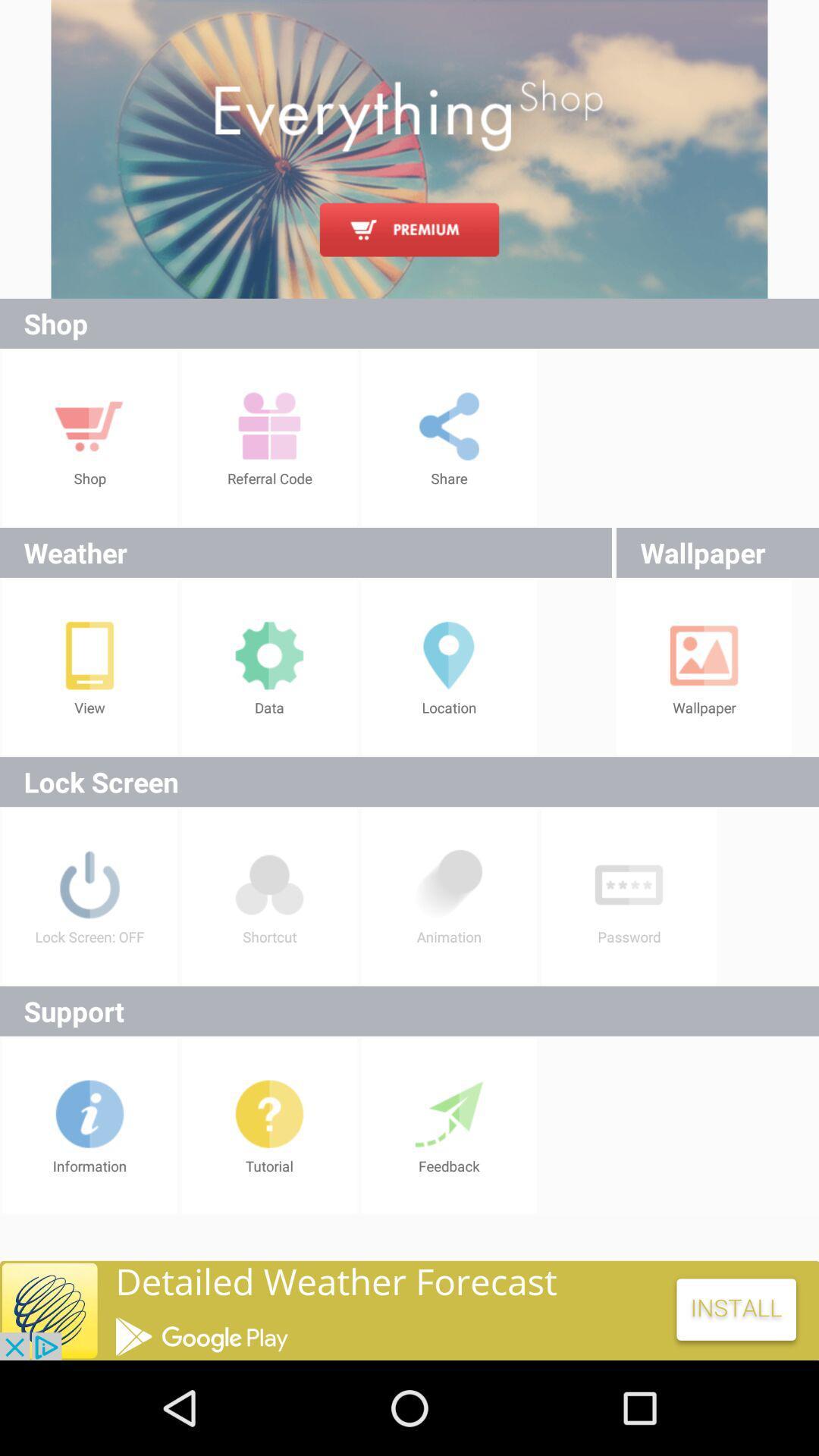 The height and width of the screenshot is (1456, 819). What do you see at coordinates (409, 149) in the screenshot?
I see `add` at bounding box center [409, 149].